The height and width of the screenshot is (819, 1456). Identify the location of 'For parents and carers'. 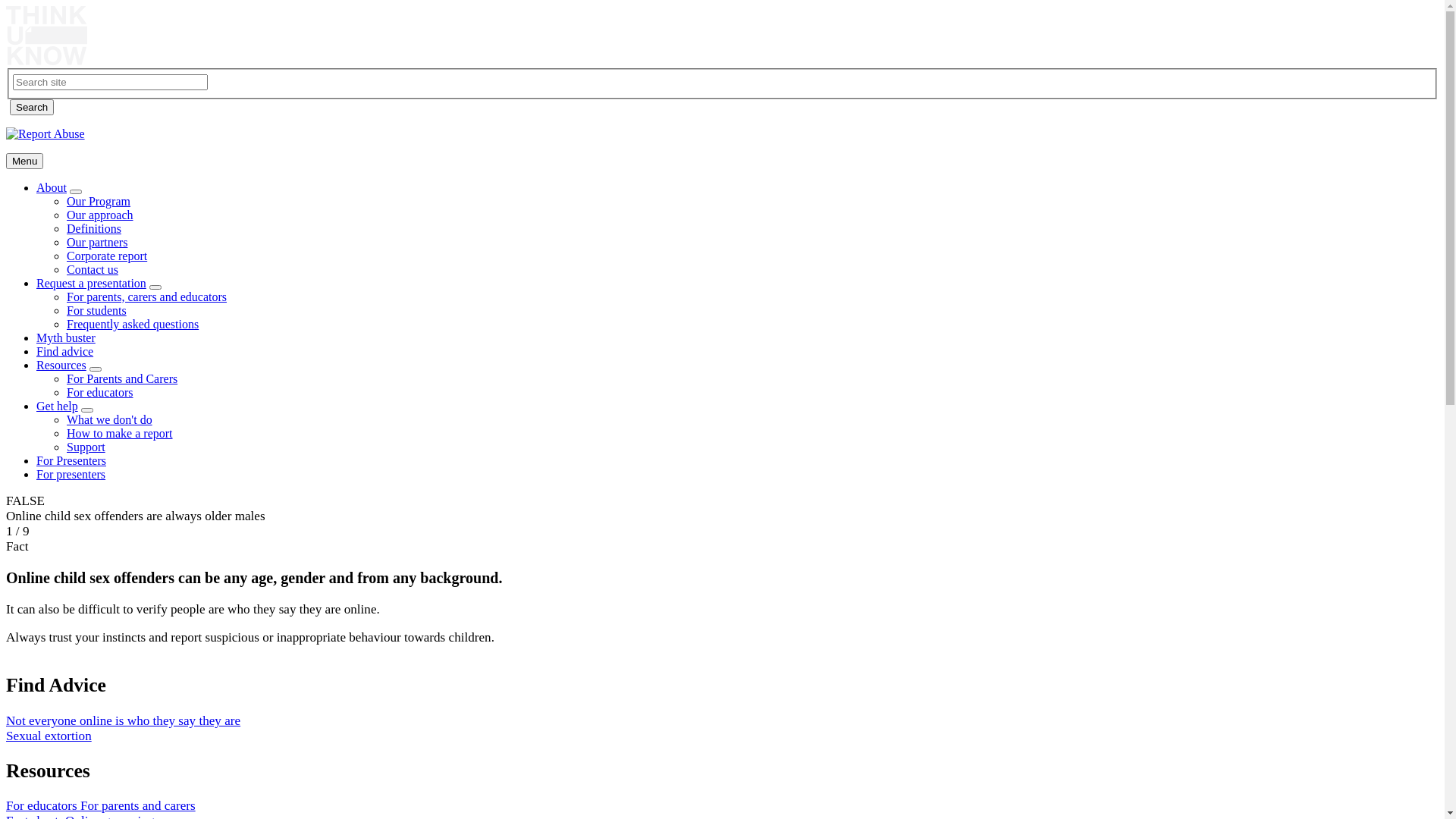
(138, 805).